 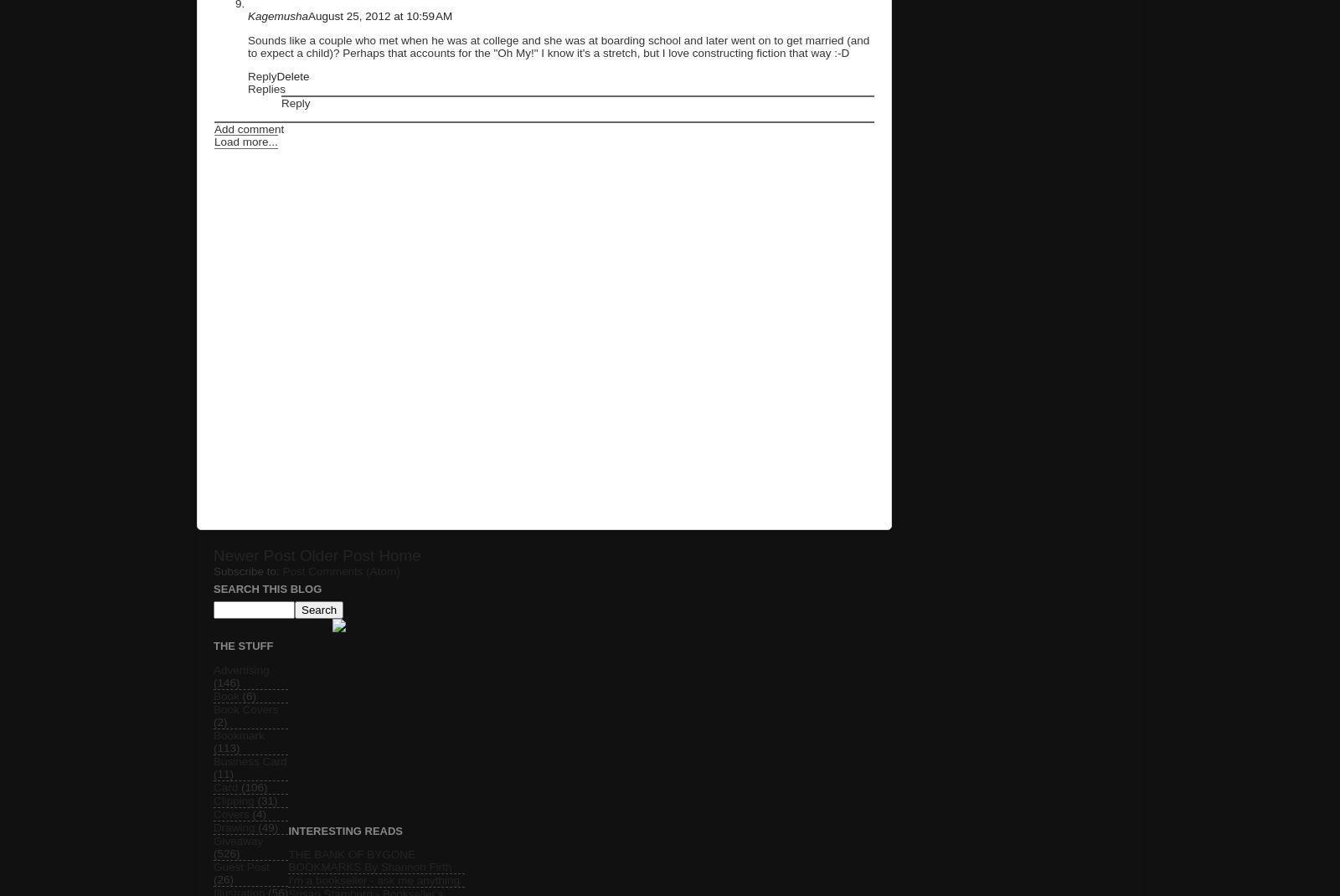 What do you see at coordinates (559, 44) in the screenshot?
I see `'Sounds like a couple who met when he was at college and she was at boarding school and later went on to get married (and to expect a child)? Perhaps that accounts for the "Oh My!"  I know it's a stretch, but I love constructing fiction that way :-D'` at bounding box center [559, 44].